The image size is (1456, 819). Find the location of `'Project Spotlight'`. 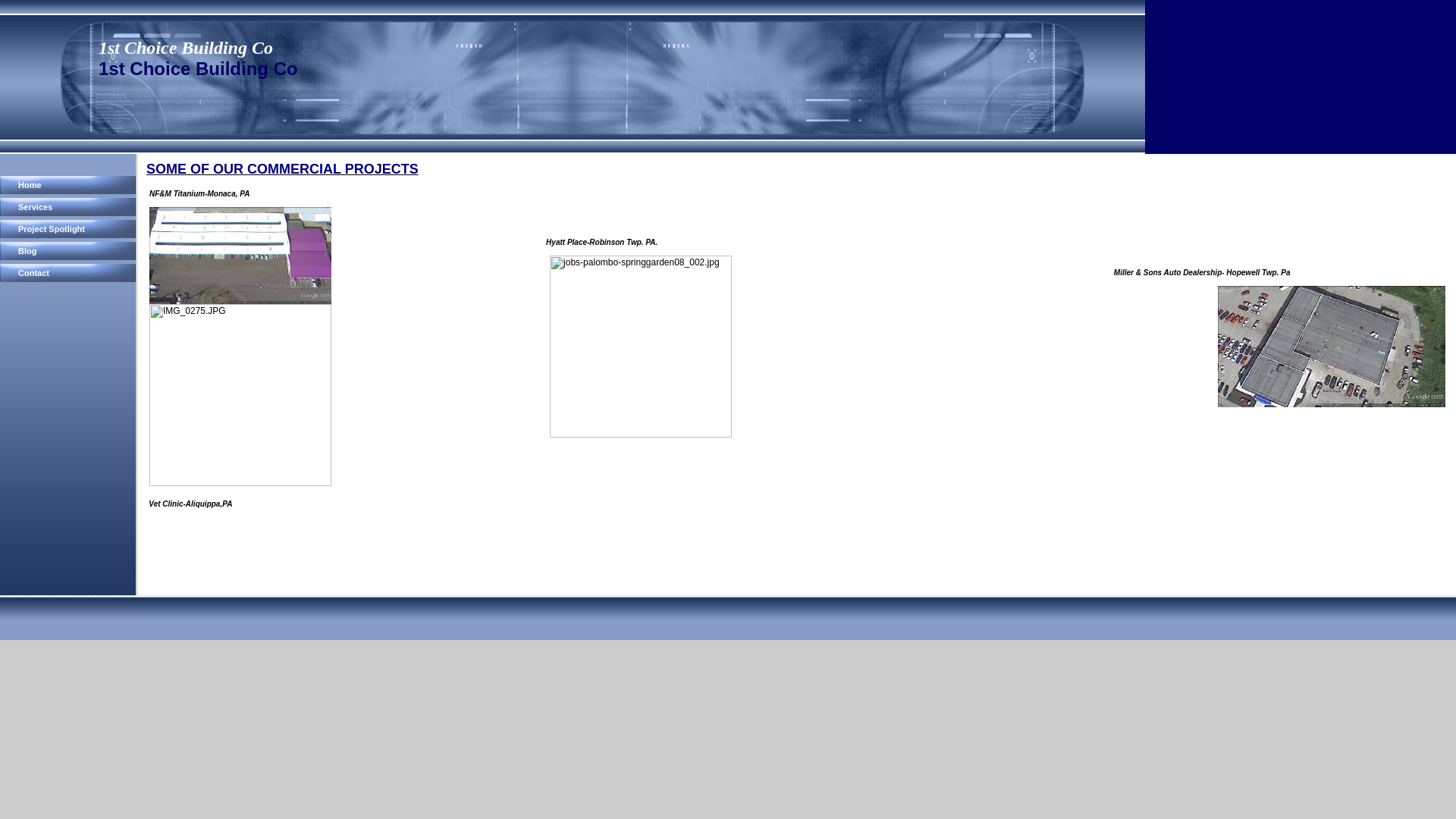

'Project Spotlight' is located at coordinates (68, 228).